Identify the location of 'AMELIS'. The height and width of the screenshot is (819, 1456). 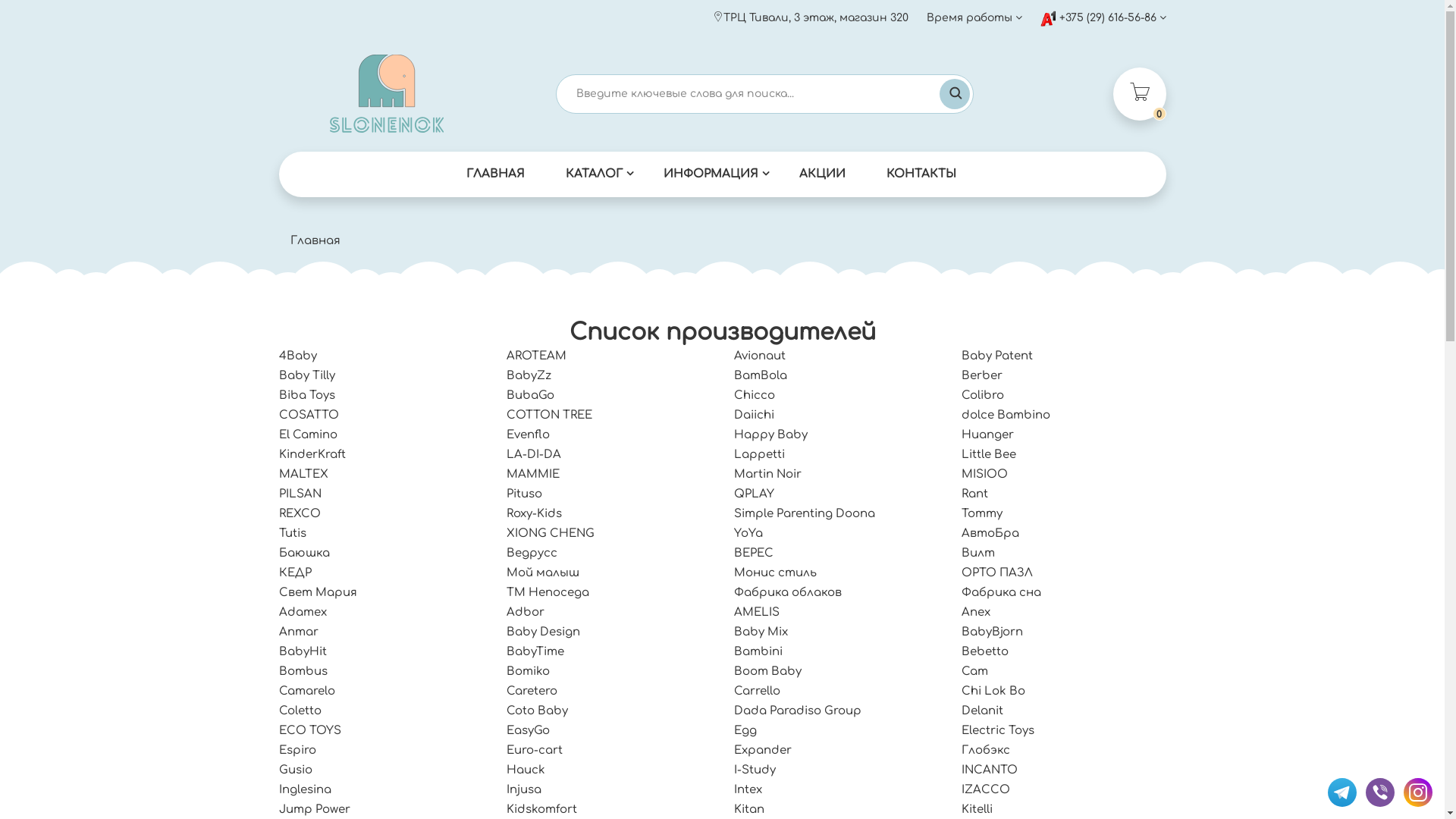
(757, 611).